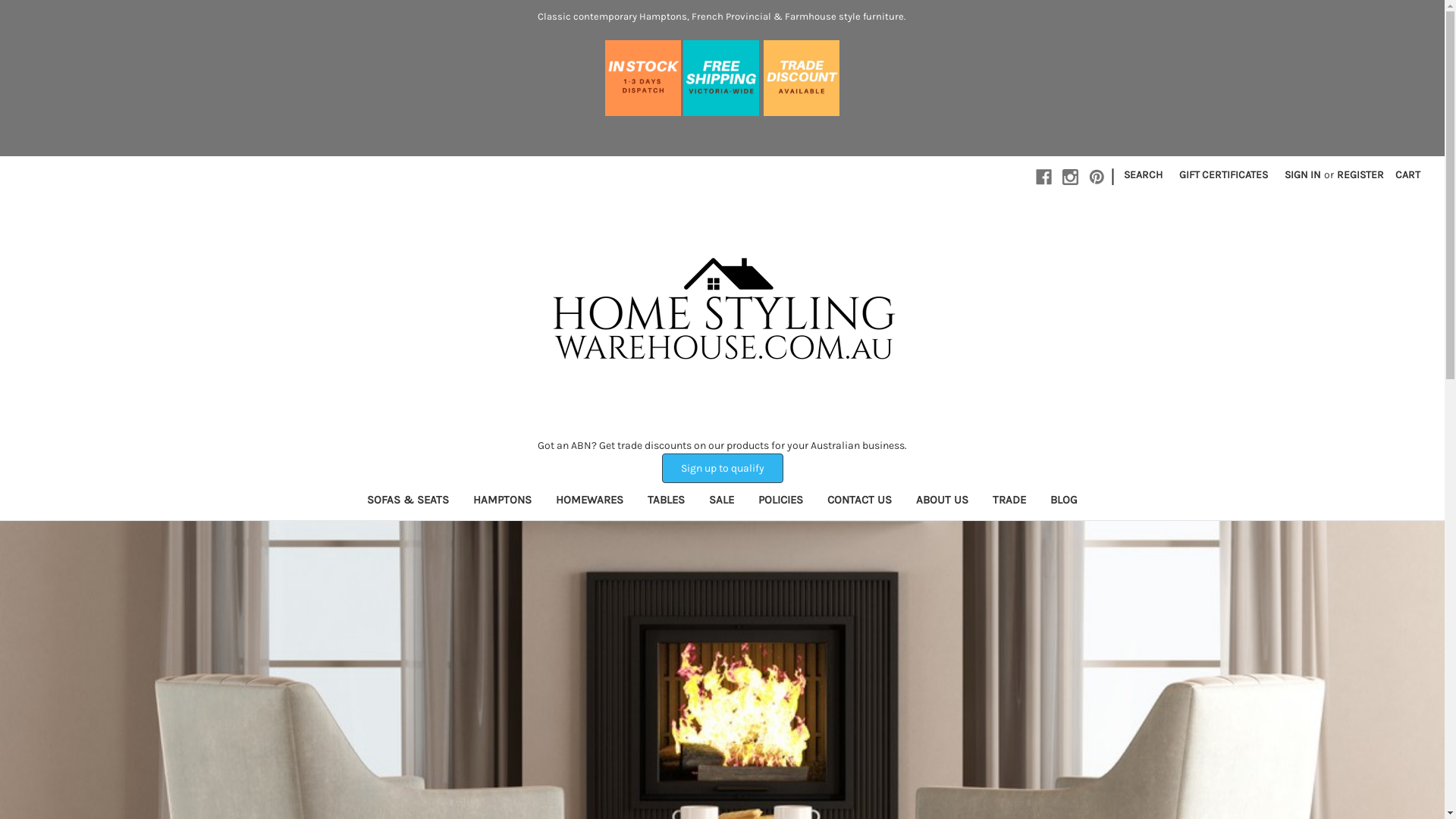 Image resolution: width=1456 pixels, height=819 pixels. Describe the element at coordinates (720, 78) in the screenshot. I see `'free-shipping-victoria-2.jpg'` at that location.